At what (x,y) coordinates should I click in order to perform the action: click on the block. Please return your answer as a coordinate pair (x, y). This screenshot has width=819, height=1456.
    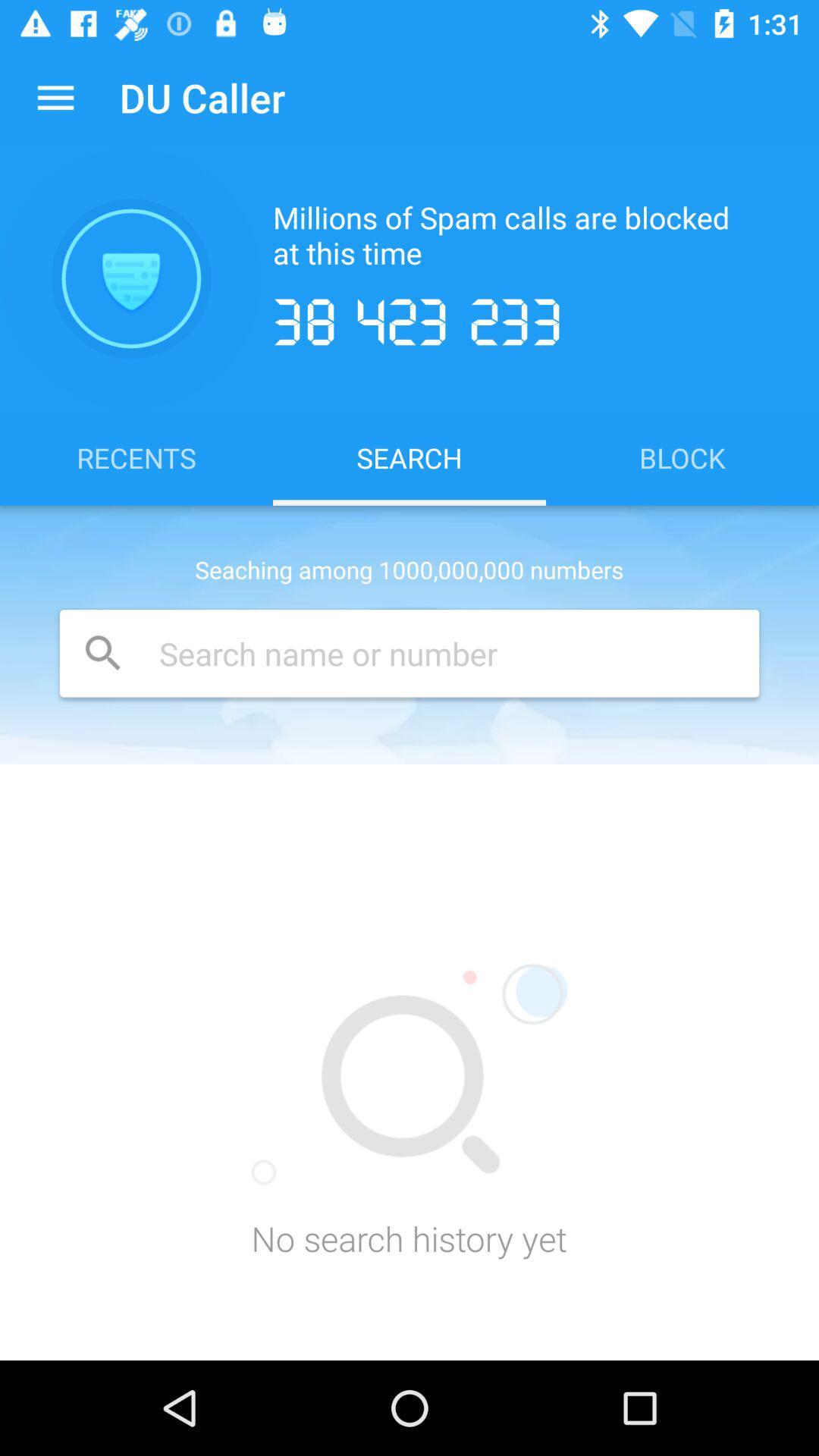
    Looking at the image, I should click on (681, 457).